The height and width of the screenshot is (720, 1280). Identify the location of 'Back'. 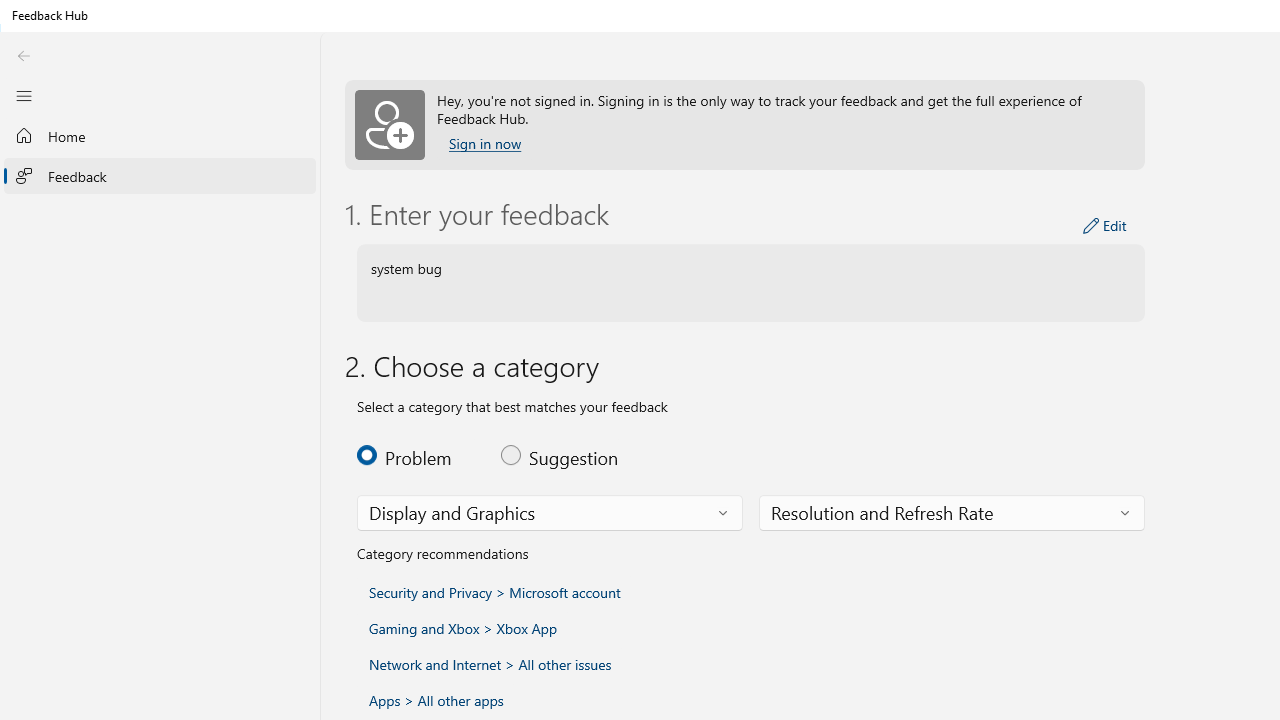
(23, 55).